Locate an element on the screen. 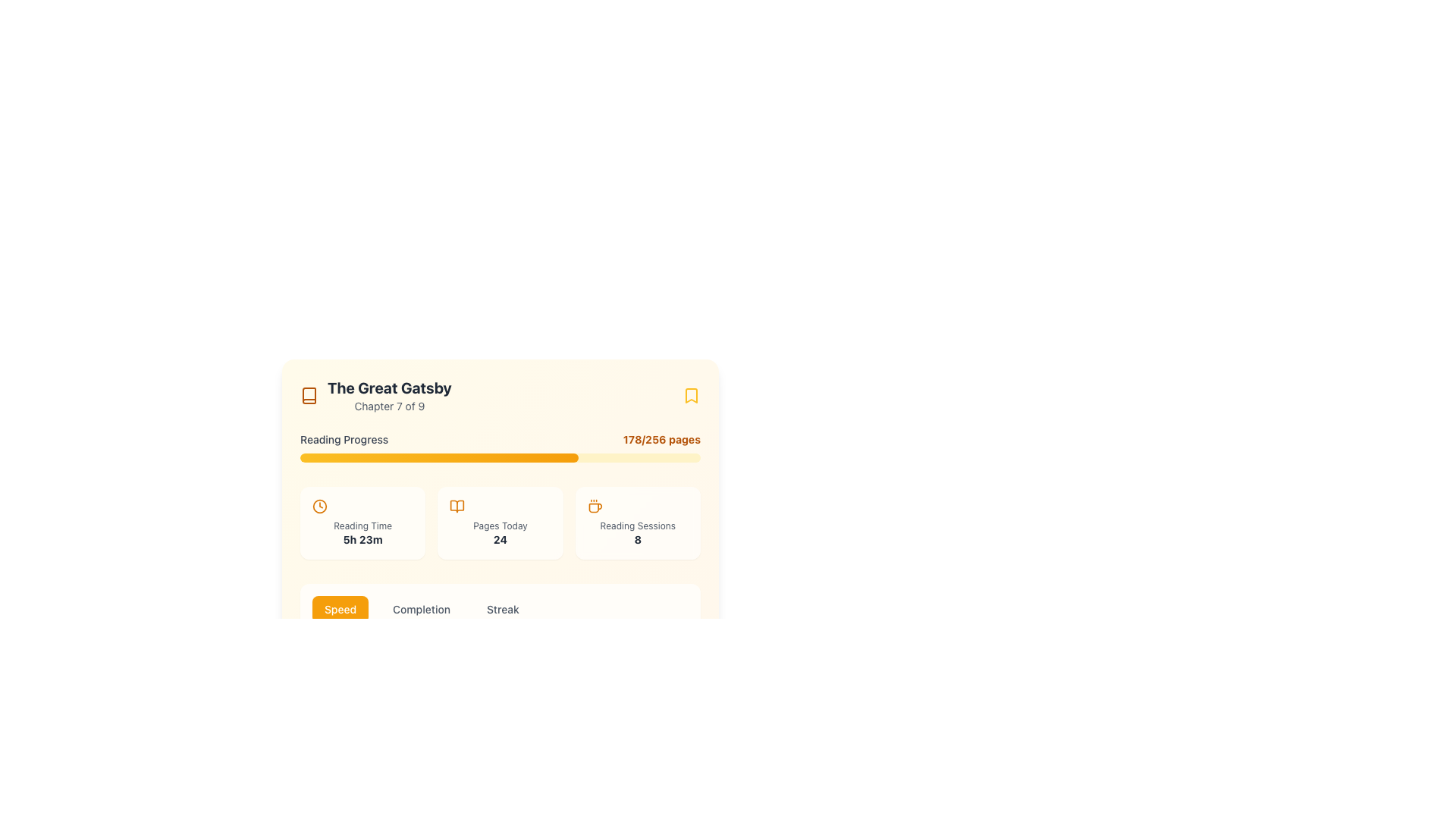  the text label indicating '5 hours and 23 minutes' duration information located below the 'Reading Time' label is located at coordinates (362, 539).